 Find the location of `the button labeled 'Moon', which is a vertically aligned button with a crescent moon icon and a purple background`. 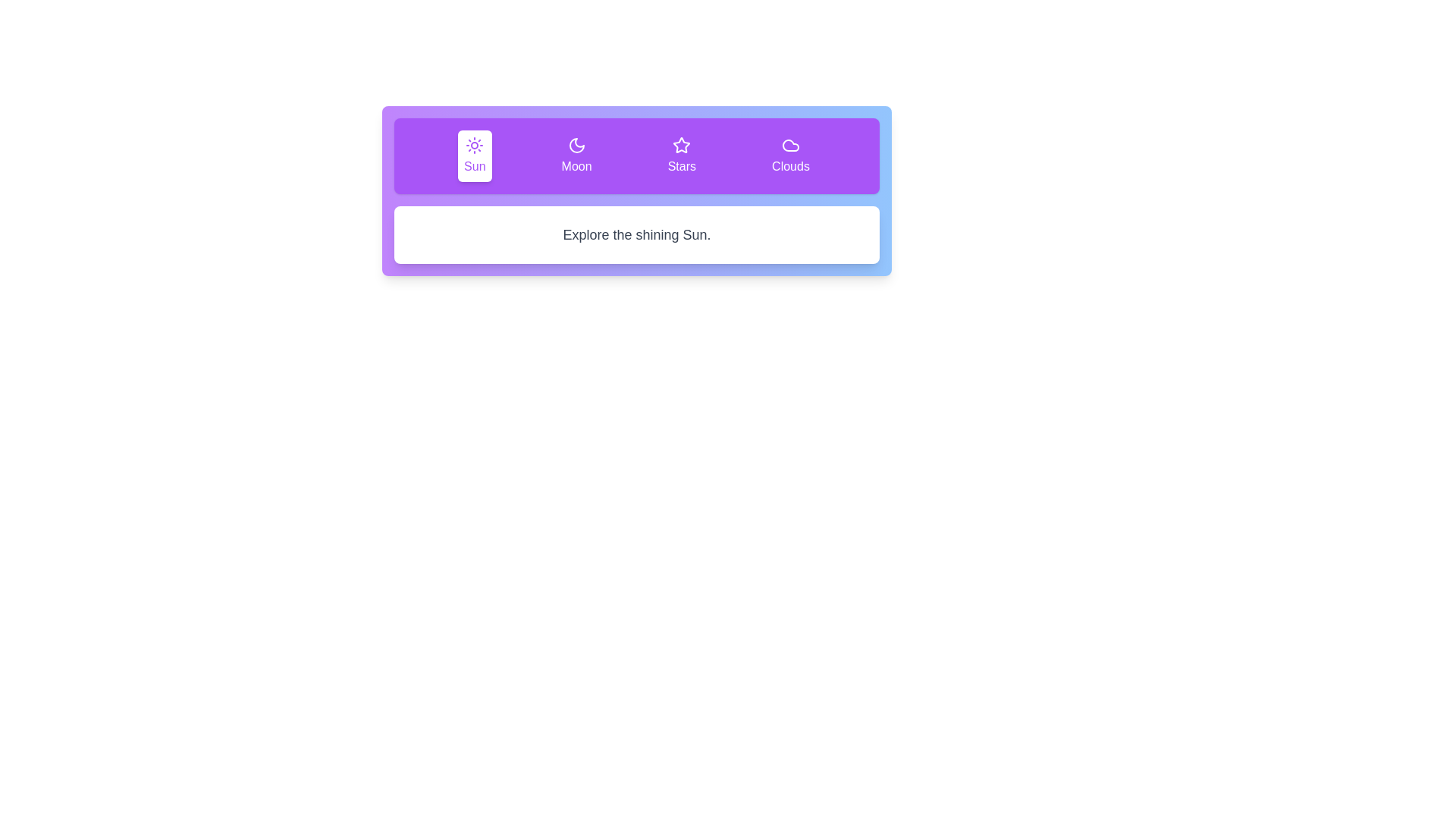

the button labeled 'Moon', which is a vertically aligned button with a crescent moon icon and a purple background is located at coordinates (576, 155).